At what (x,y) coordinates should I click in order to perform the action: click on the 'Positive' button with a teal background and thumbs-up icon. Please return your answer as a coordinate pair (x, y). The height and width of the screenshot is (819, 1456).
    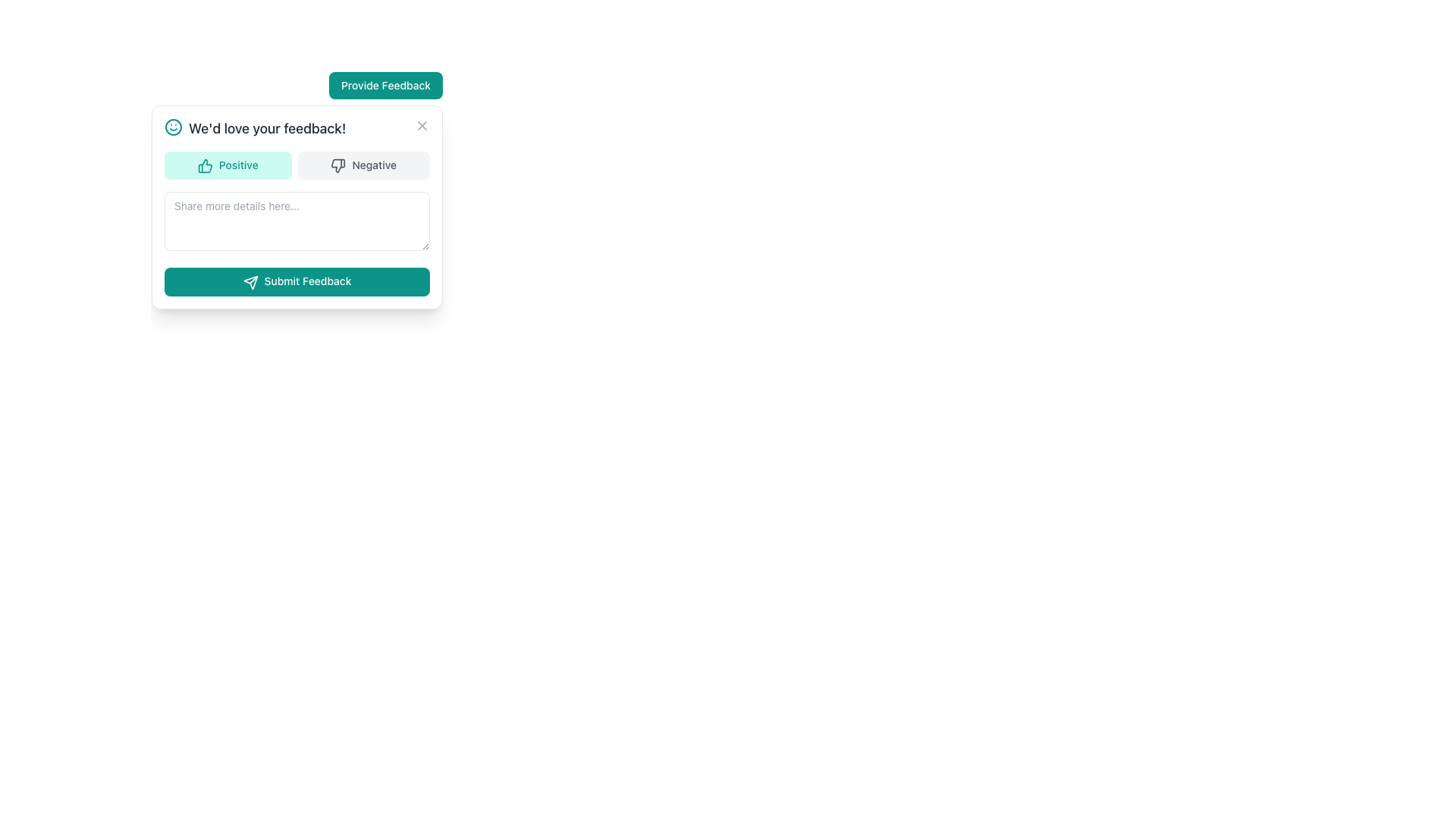
    Looking at the image, I should click on (227, 165).